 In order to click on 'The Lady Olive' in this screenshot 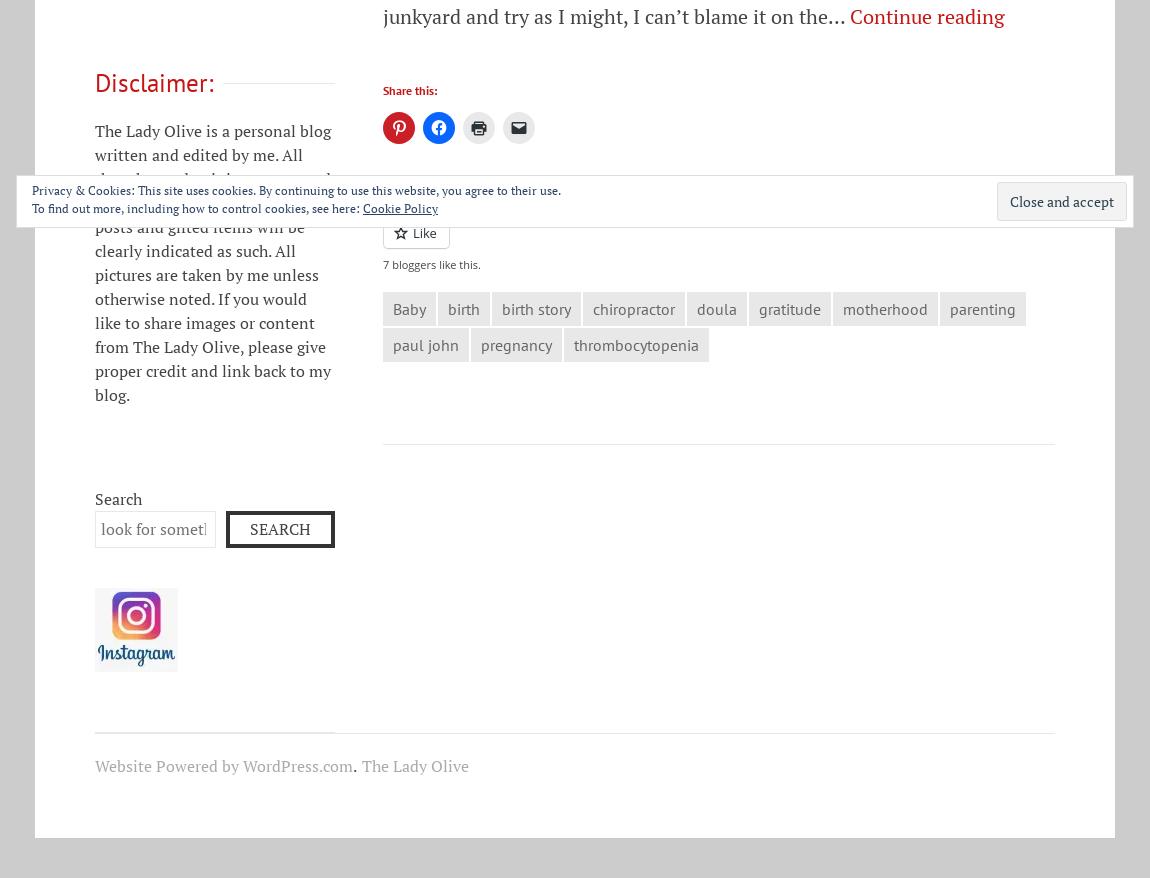, I will do `click(415, 765)`.